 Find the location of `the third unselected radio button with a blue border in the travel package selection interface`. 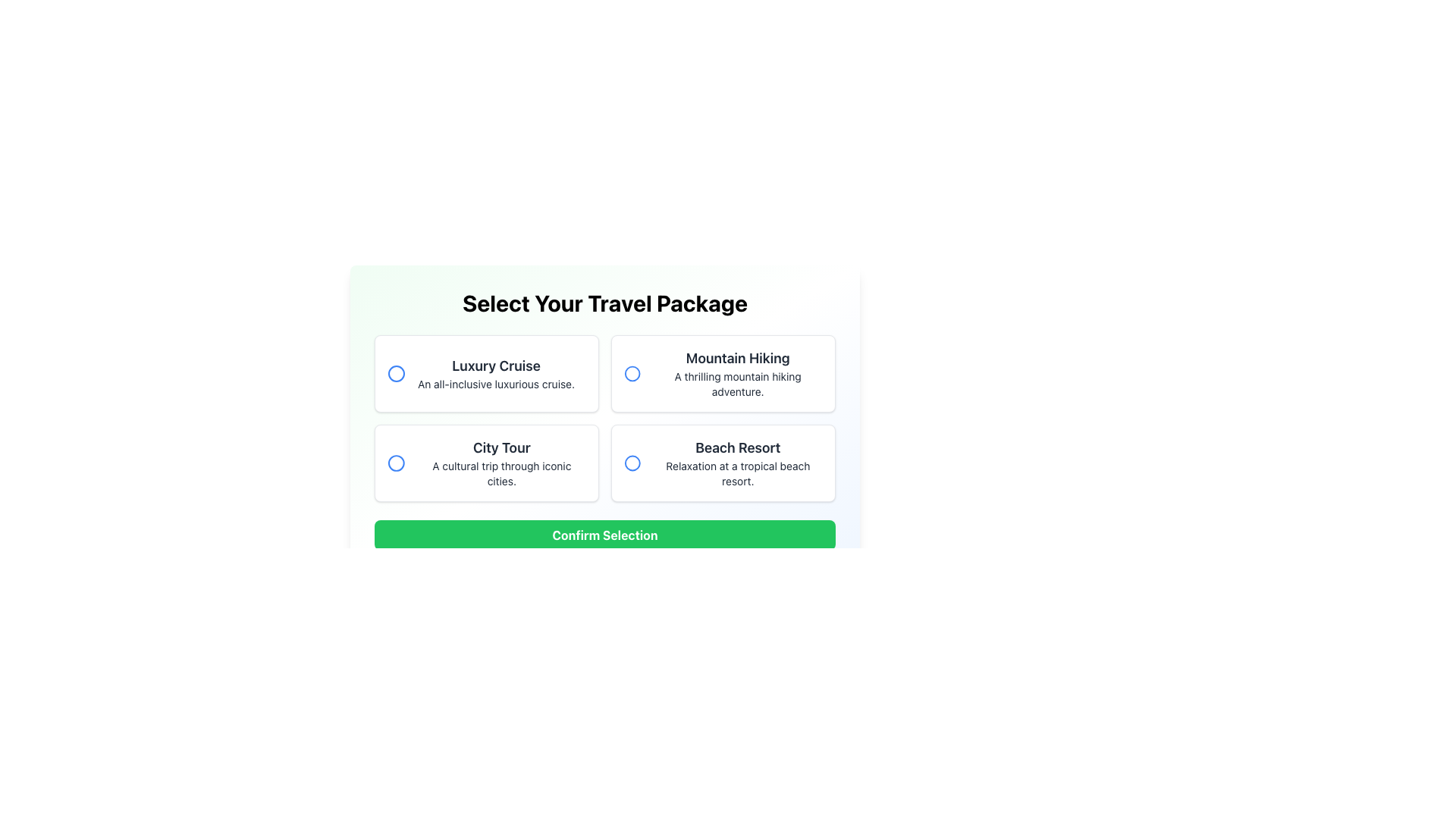

the third unselected radio button with a blue border in the travel package selection interface is located at coordinates (396, 462).